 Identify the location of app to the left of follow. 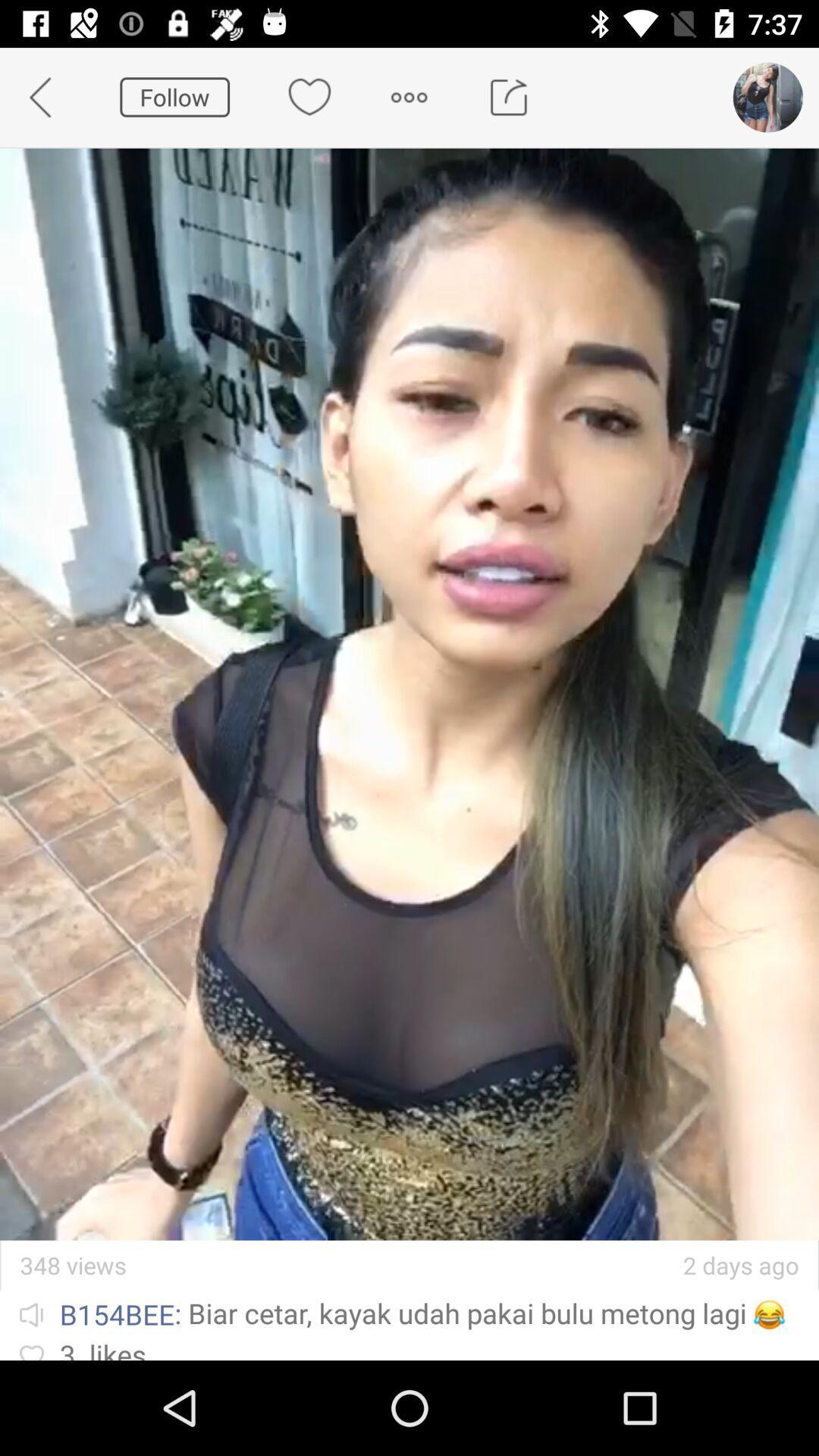
(49, 96).